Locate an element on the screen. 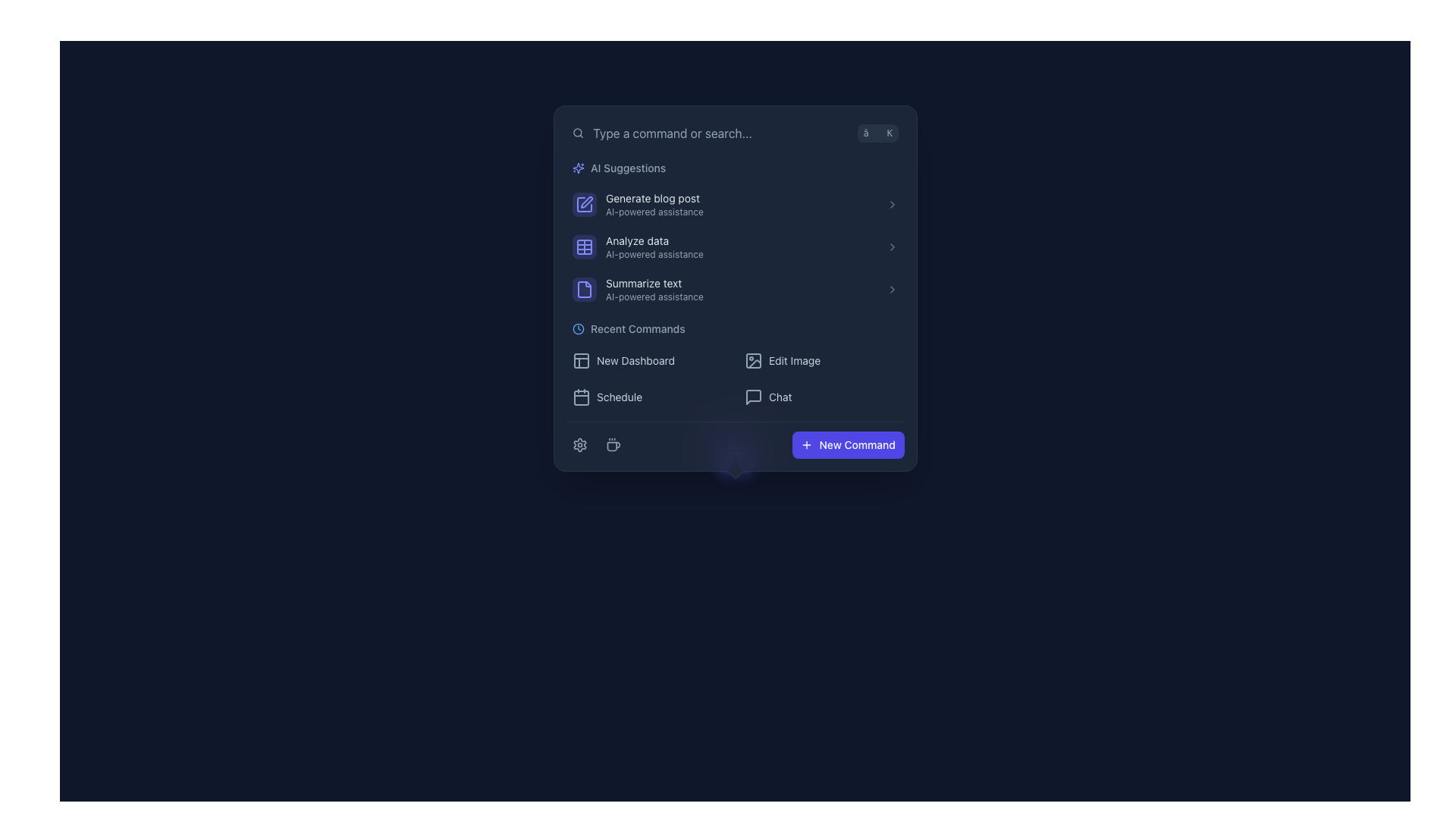  the 'AI Suggestions' label, which is a smaller font size text in light slate gray color, located in the top section of a sidebar next to a sparkle icon is located at coordinates (628, 168).